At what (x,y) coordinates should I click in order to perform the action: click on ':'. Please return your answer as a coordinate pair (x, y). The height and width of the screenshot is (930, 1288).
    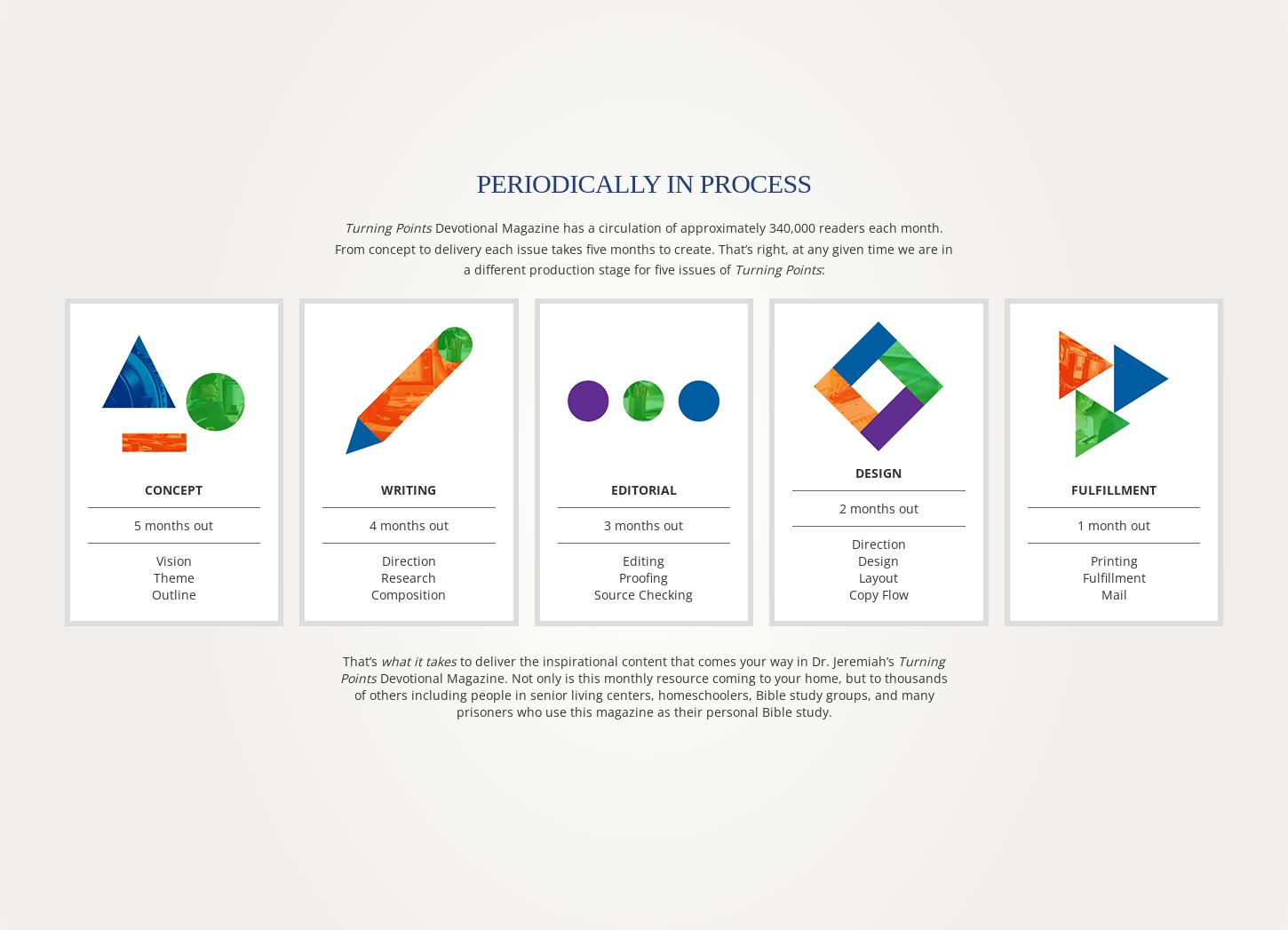
    Looking at the image, I should click on (821, 268).